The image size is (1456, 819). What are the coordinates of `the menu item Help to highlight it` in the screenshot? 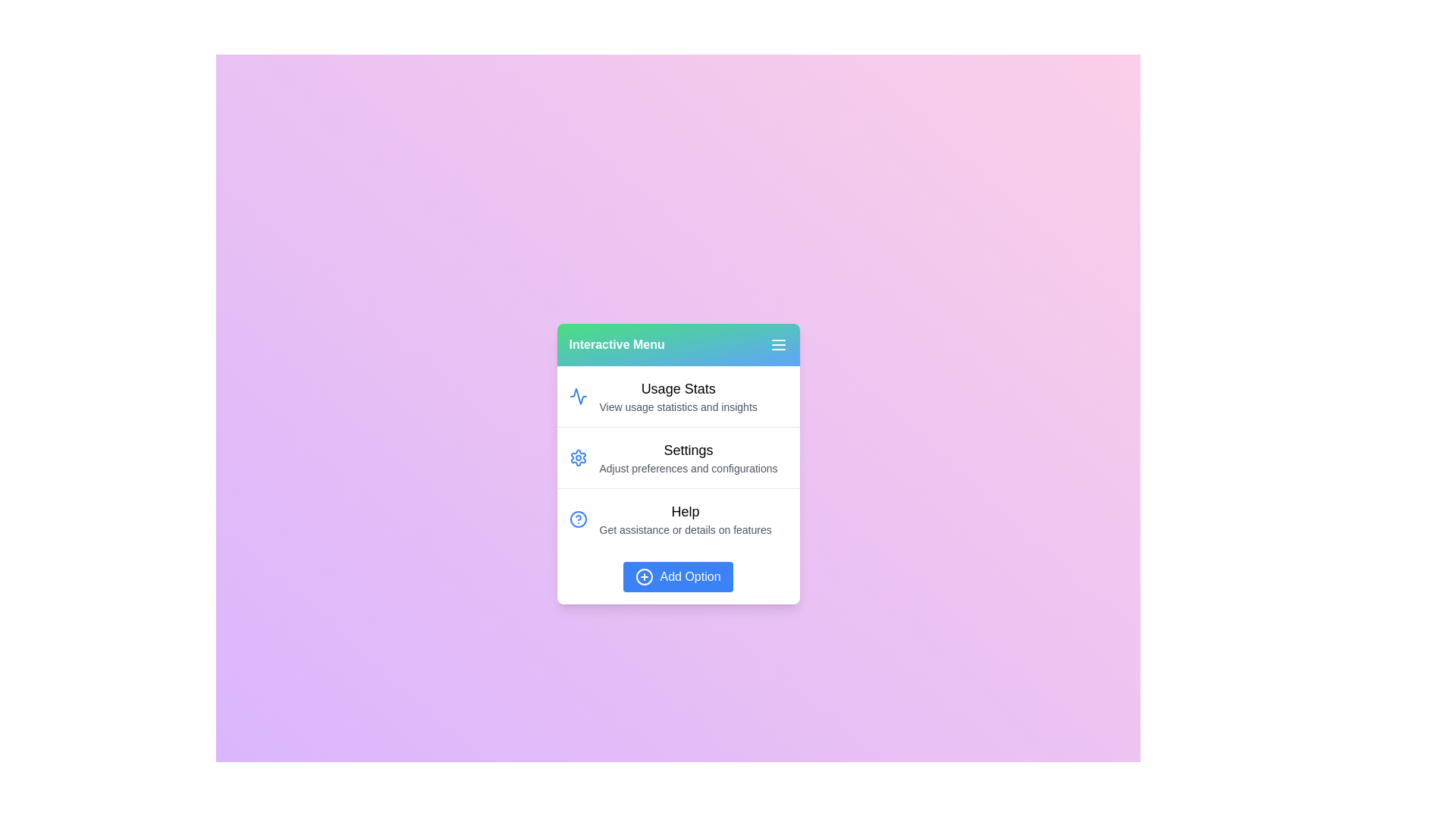 It's located at (677, 519).